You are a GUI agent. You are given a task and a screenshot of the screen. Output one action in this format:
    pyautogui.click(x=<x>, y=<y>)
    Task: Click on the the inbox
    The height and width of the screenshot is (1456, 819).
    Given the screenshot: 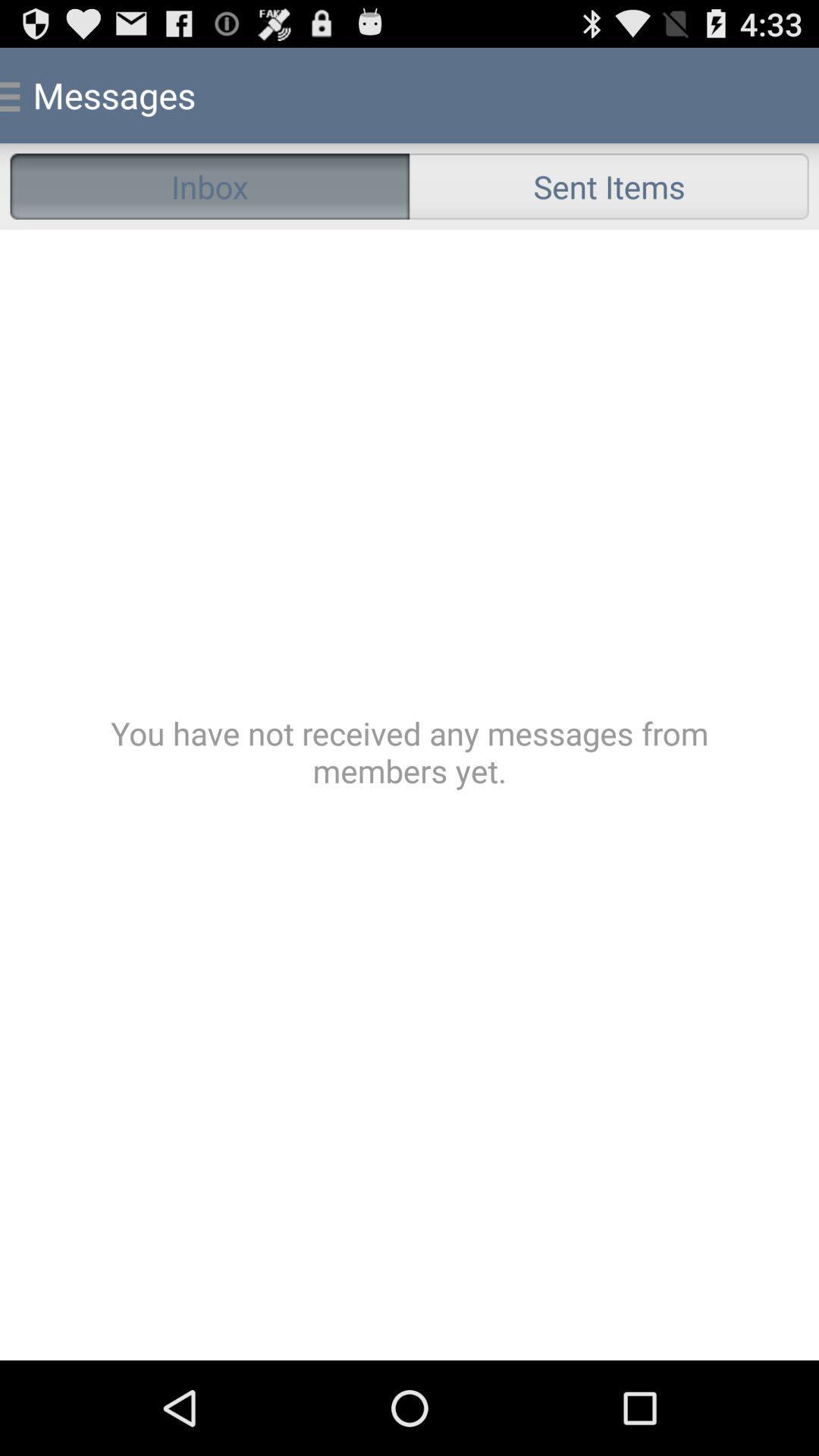 What is the action you would take?
    pyautogui.click(x=209, y=185)
    